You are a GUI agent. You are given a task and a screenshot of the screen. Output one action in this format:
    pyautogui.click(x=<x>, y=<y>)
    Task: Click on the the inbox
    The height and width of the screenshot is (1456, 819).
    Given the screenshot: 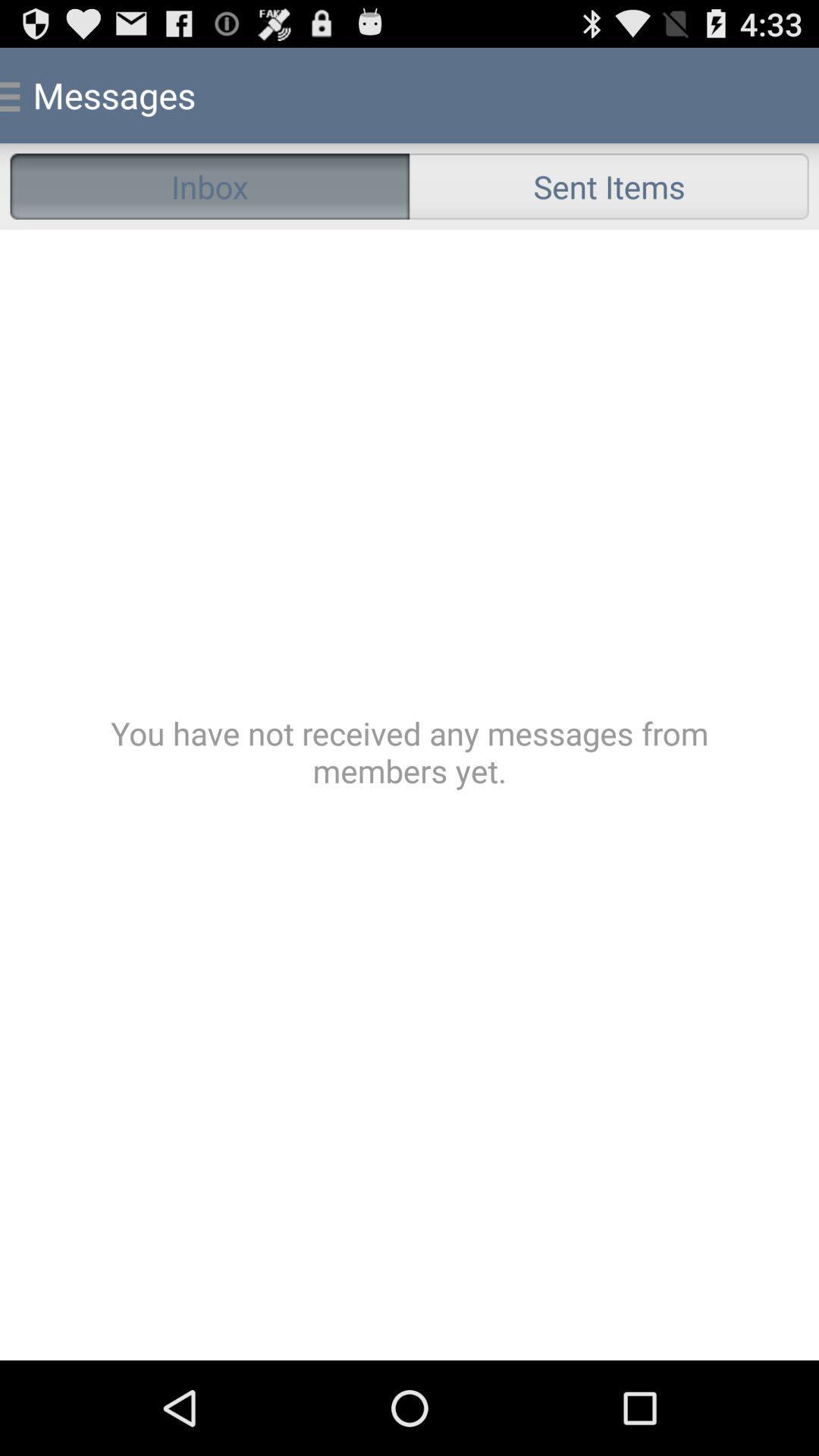 What is the action you would take?
    pyautogui.click(x=209, y=185)
    